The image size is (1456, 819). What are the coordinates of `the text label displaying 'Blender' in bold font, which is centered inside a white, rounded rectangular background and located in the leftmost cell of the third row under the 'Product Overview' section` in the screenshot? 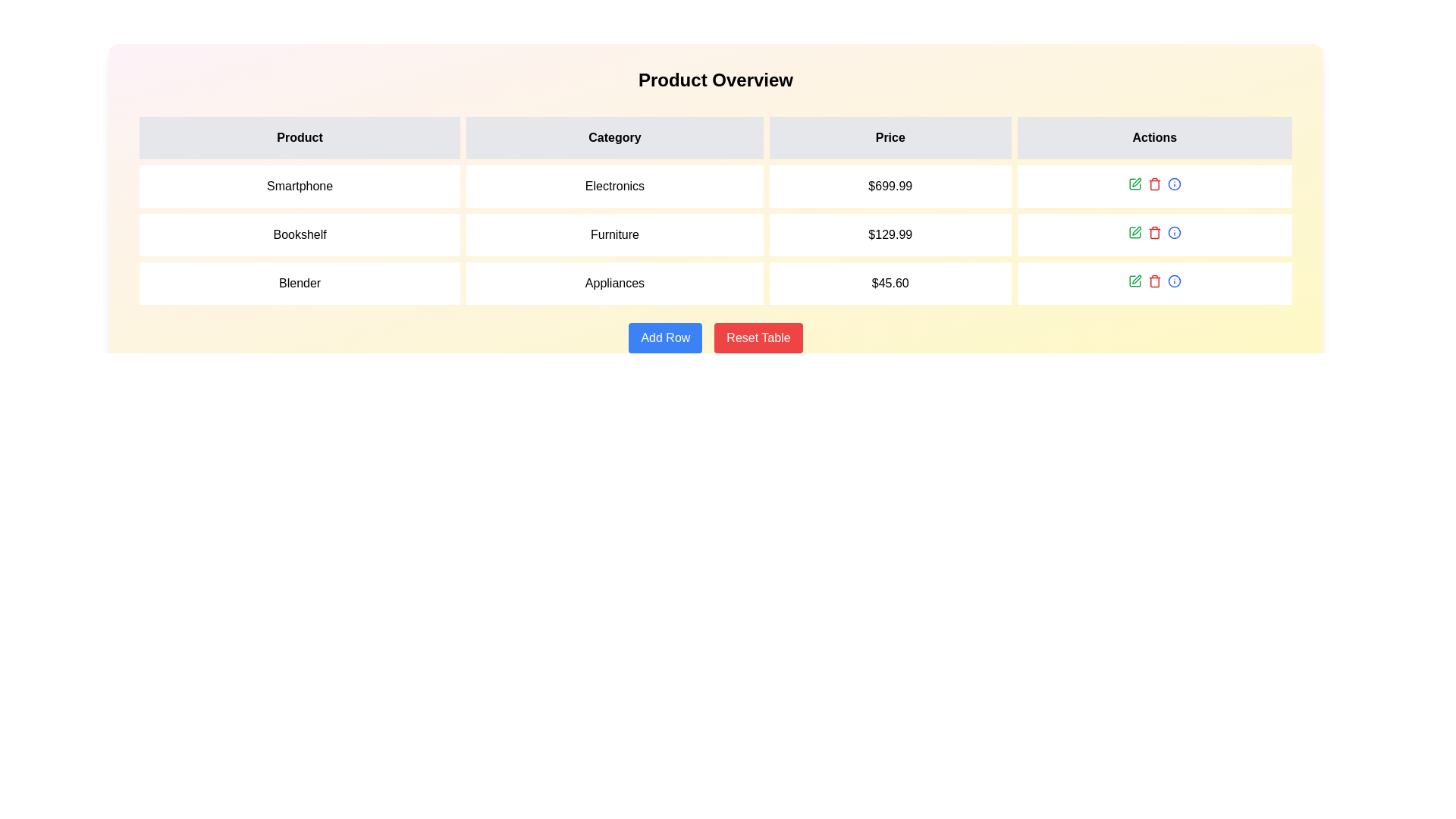 It's located at (300, 284).